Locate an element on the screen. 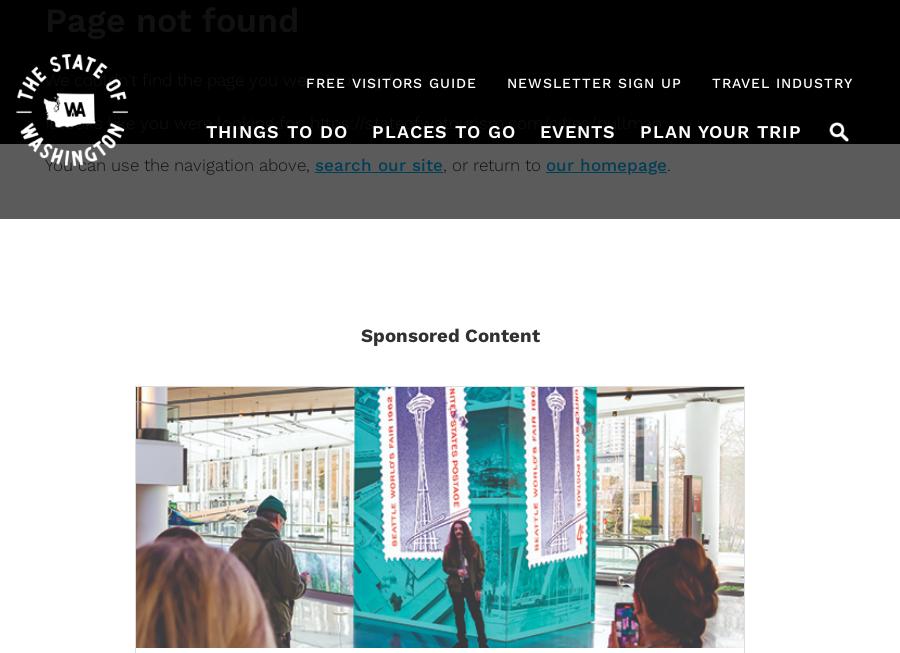  'Free Visitors Guide' is located at coordinates (391, 81).